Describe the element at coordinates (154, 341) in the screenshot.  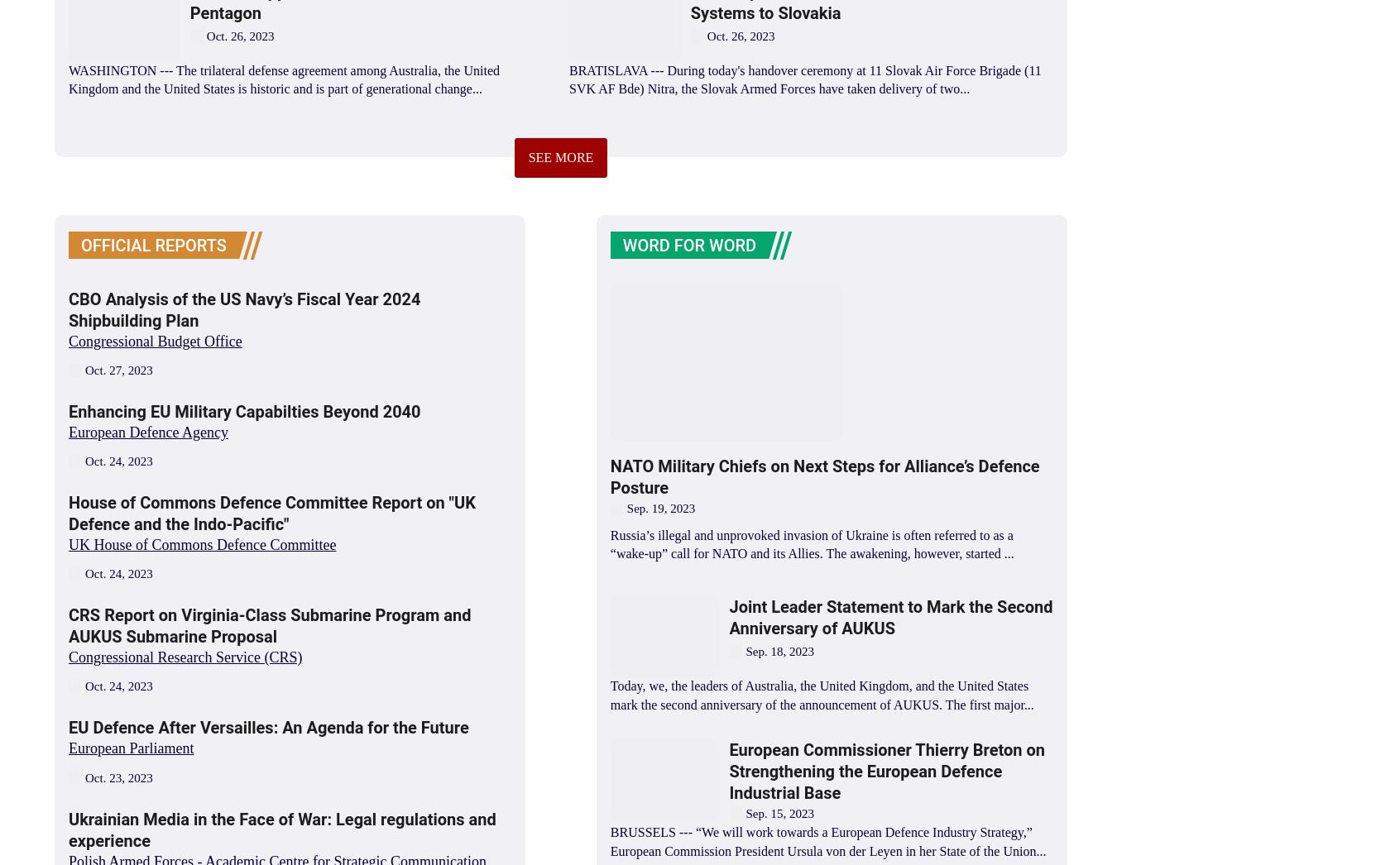
I see `'Congressional Budget Office'` at that location.